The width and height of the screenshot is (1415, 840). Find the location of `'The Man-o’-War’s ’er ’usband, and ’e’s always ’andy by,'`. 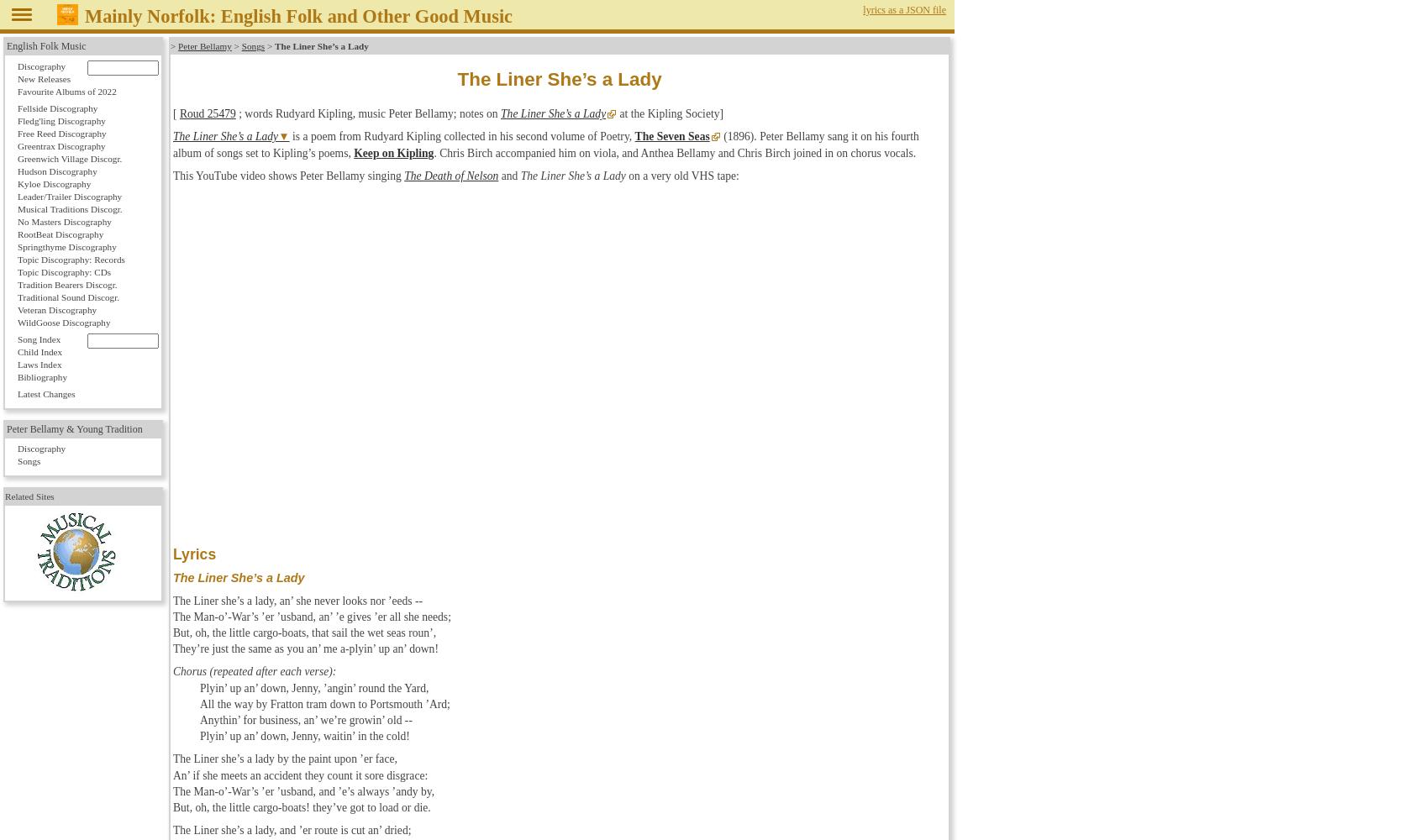

'The Man-o’-War’s ’er ’usband, and ’e’s always ’andy by,' is located at coordinates (171, 790).